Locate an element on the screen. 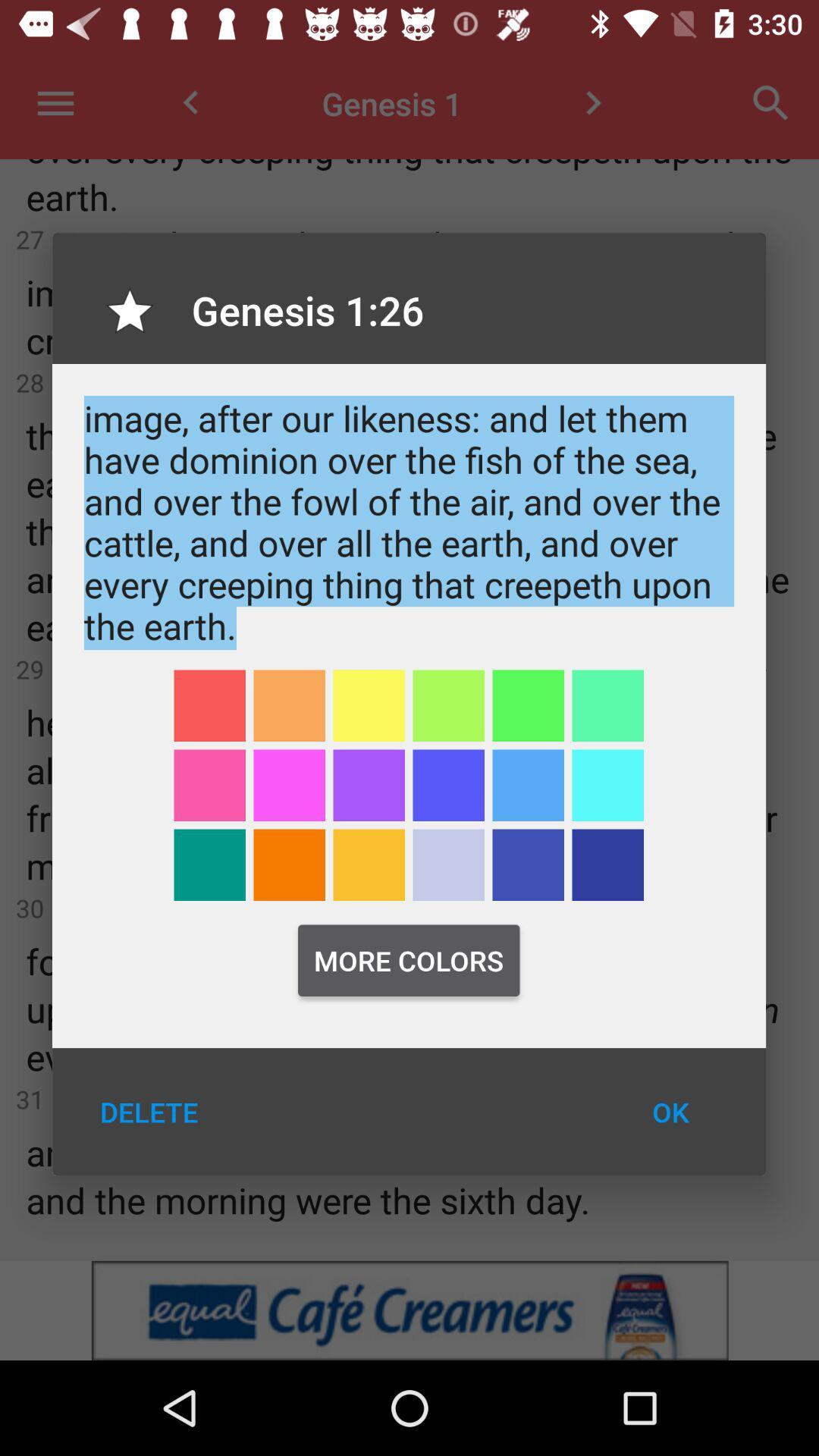  color purple is located at coordinates (447, 785).